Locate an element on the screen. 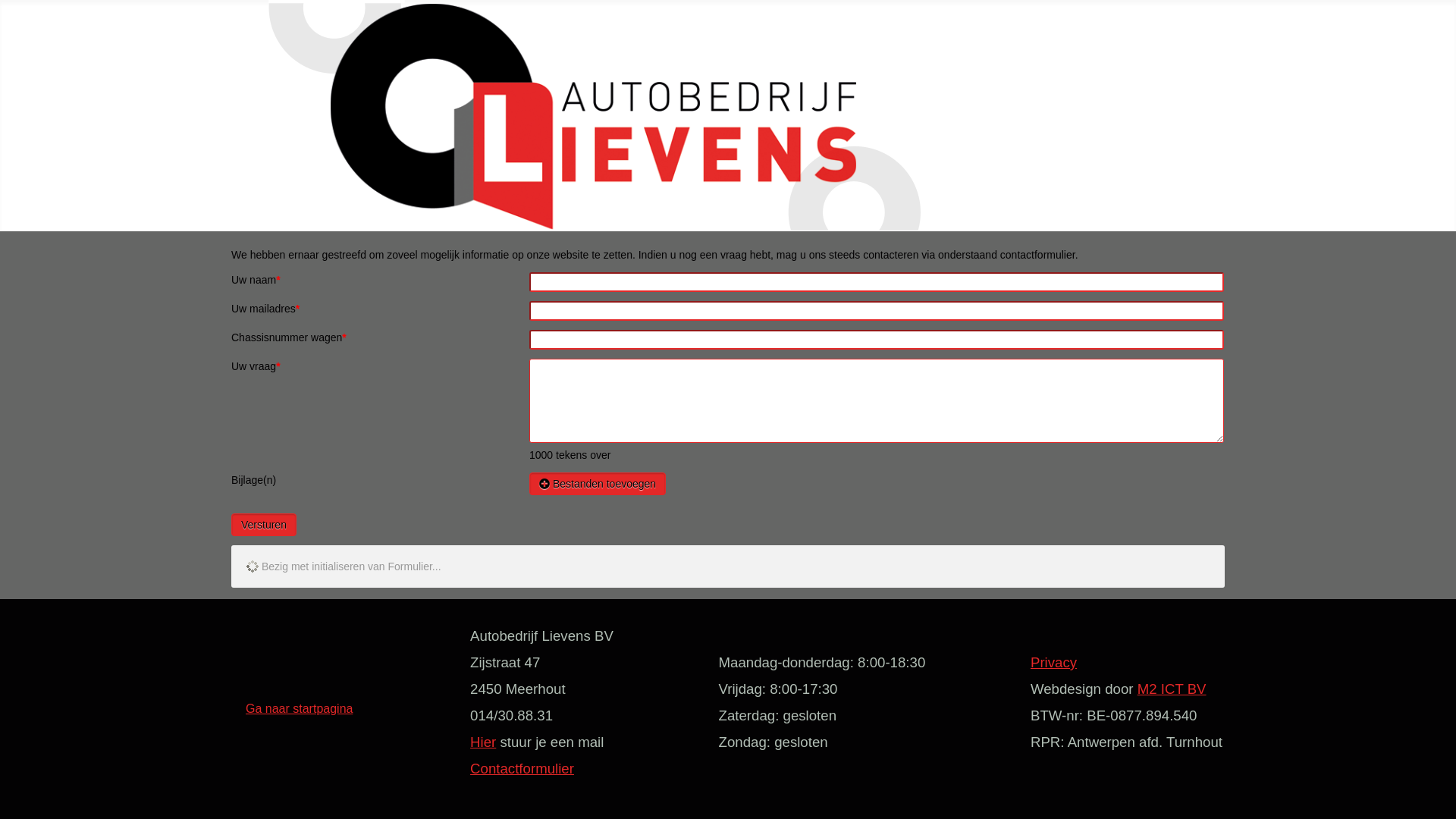 The image size is (1456, 819). 'Privacy' is located at coordinates (1053, 661).